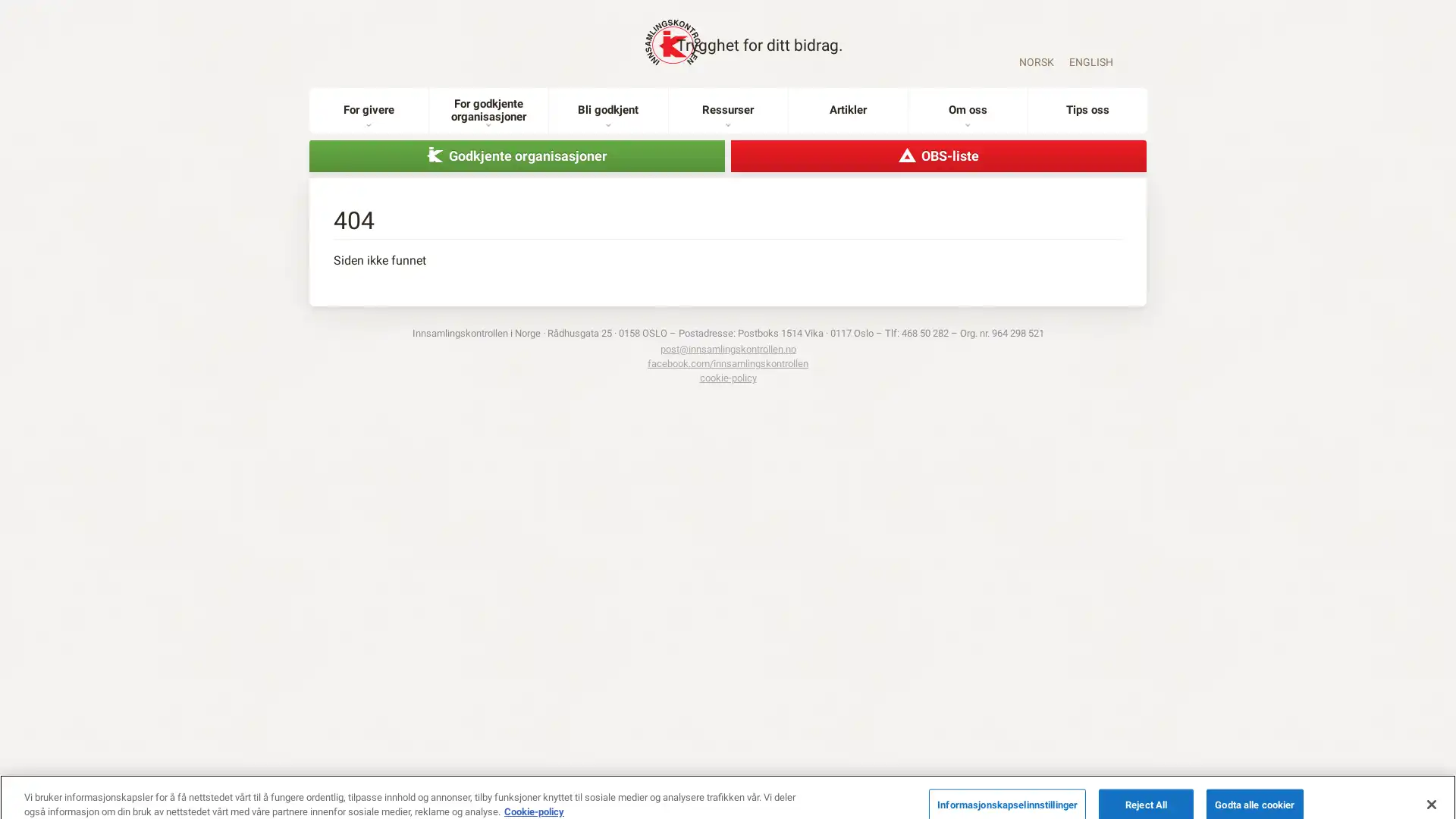 The width and height of the screenshot is (1456, 819). Describe the element at coordinates (1007, 786) in the screenshot. I see `Informasjonskapselinnstillinger` at that location.